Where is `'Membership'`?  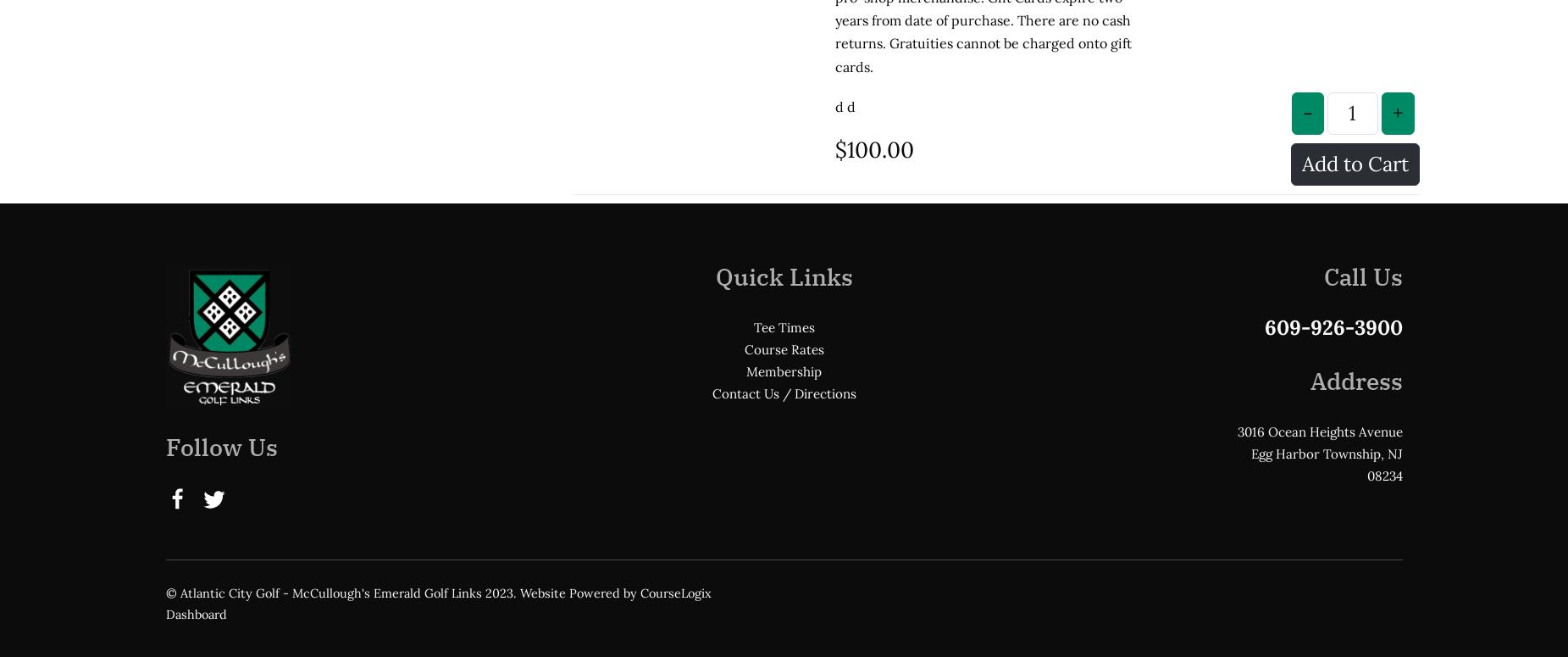
'Membership' is located at coordinates (745, 231).